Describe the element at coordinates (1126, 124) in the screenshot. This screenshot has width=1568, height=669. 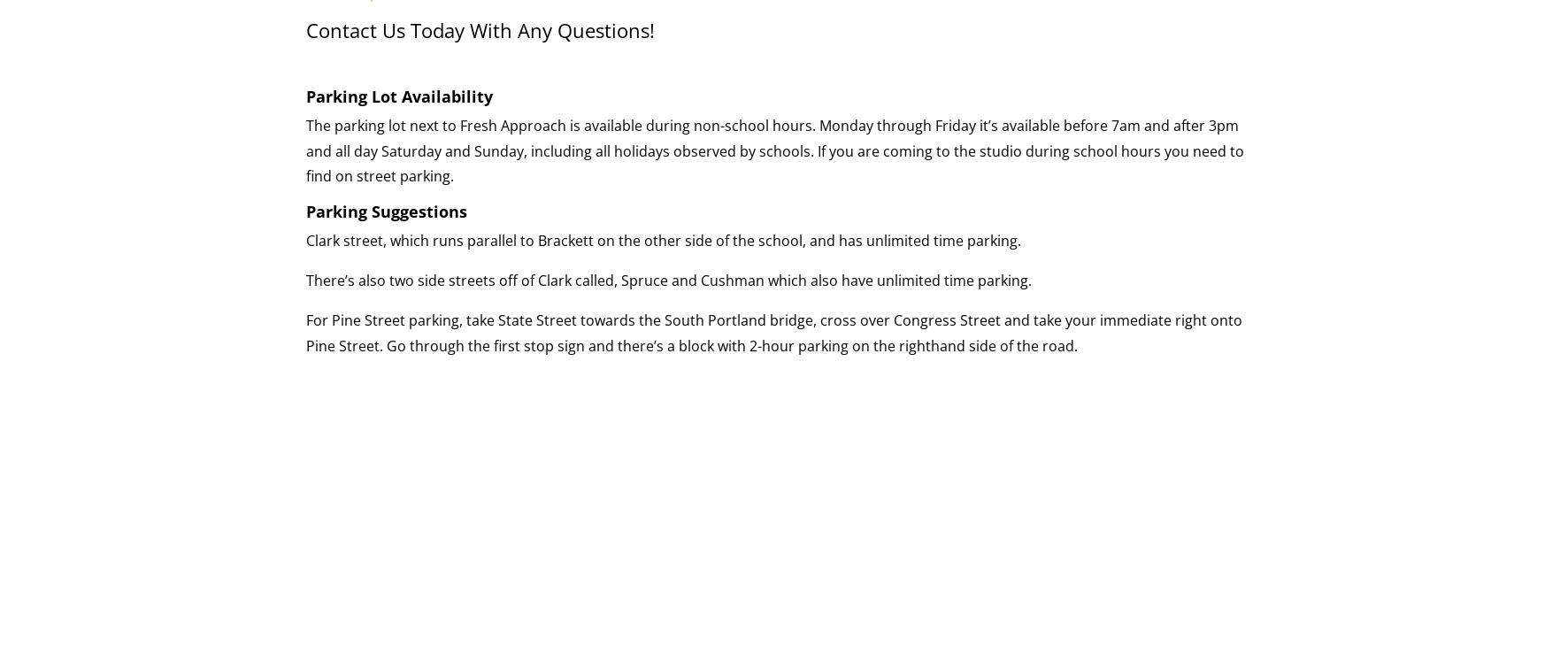
I see `'7am'` at that location.